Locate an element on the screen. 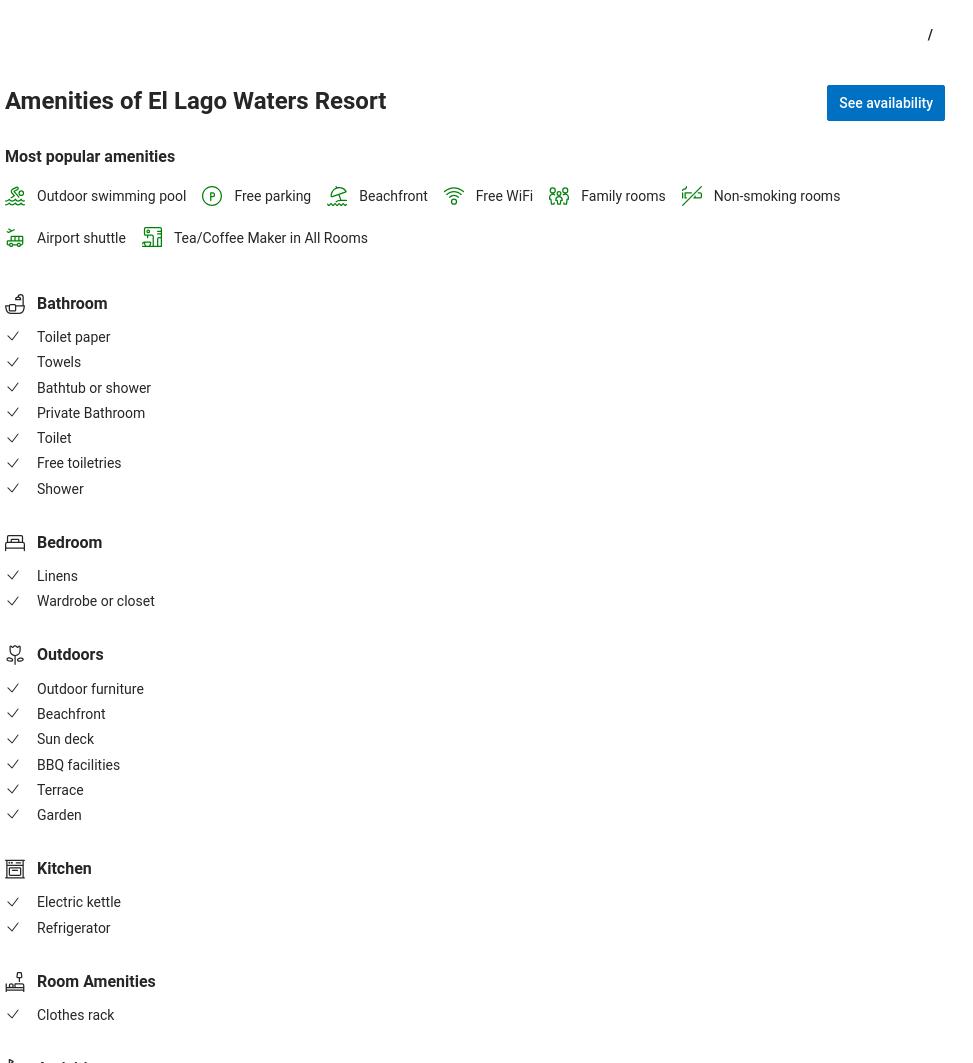 The image size is (973, 1063). 'Private Bathroom' is located at coordinates (89, 412).